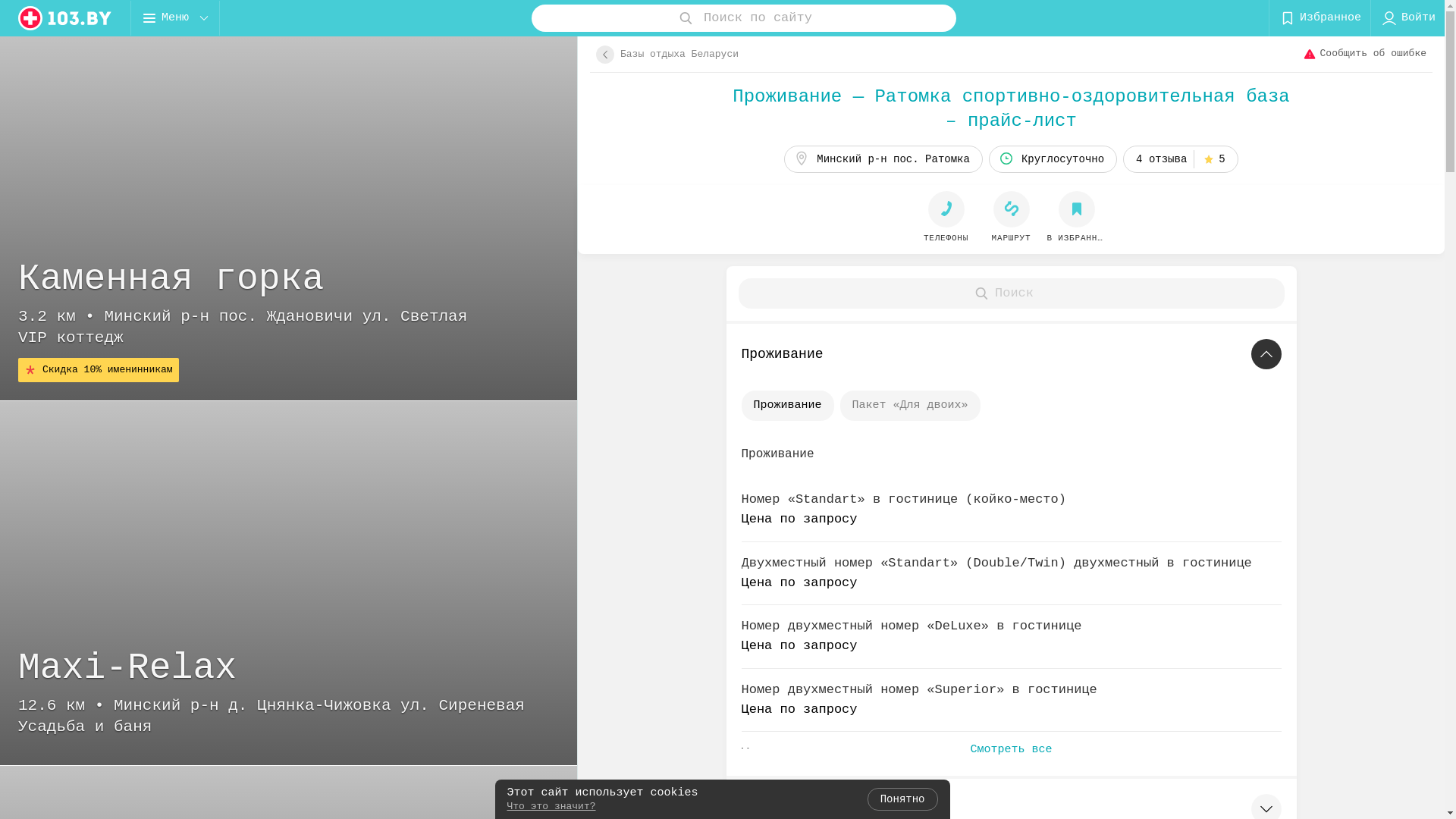 The width and height of the screenshot is (1456, 819). What do you see at coordinates (18, 17) in the screenshot?
I see `'logo'` at bounding box center [18, 17].